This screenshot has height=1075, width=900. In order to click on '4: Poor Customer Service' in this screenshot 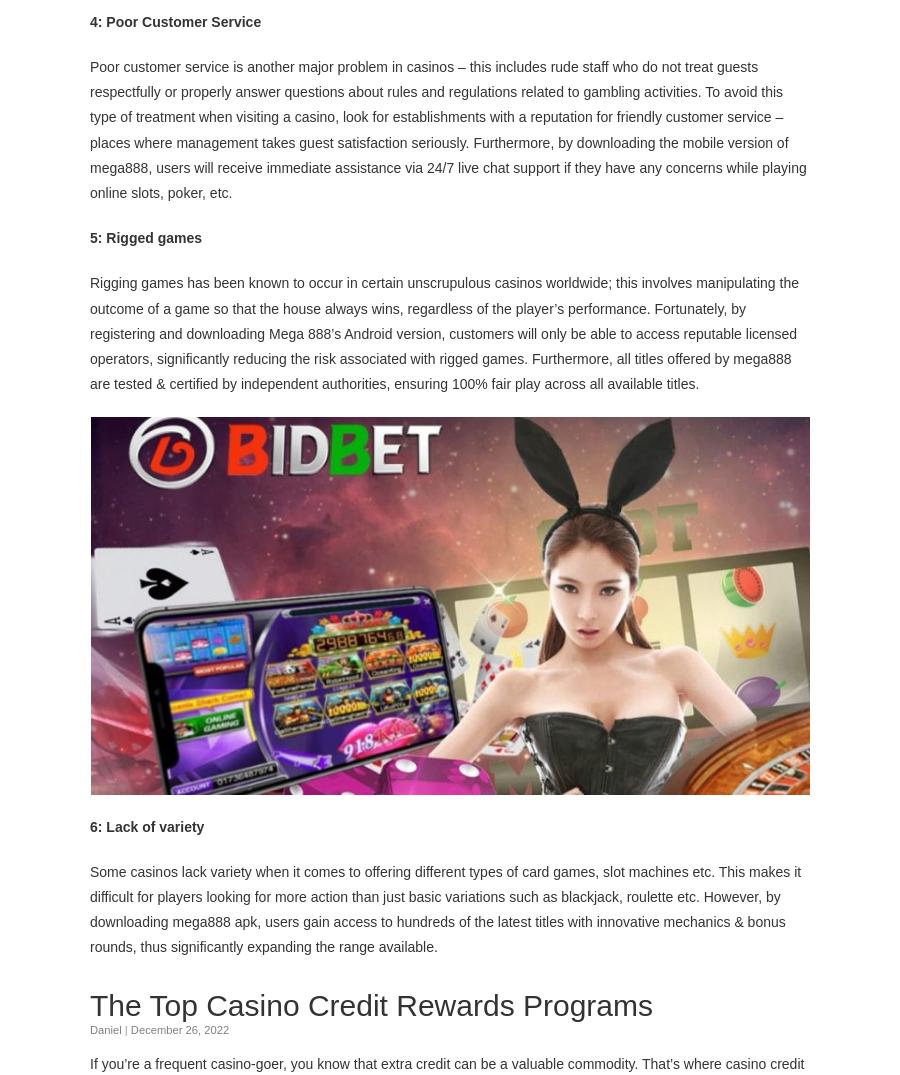, I will do `click(89, 19)`.